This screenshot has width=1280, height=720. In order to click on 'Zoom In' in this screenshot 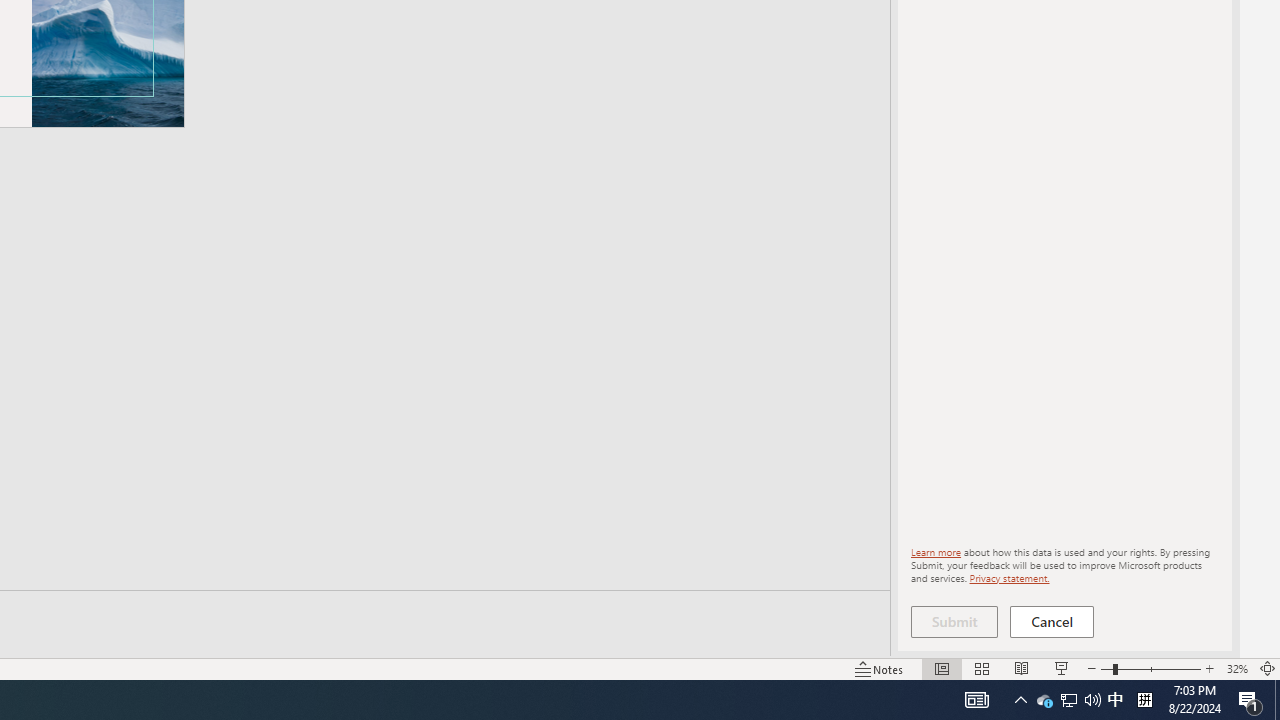, I will do `click(1208, 669)`.